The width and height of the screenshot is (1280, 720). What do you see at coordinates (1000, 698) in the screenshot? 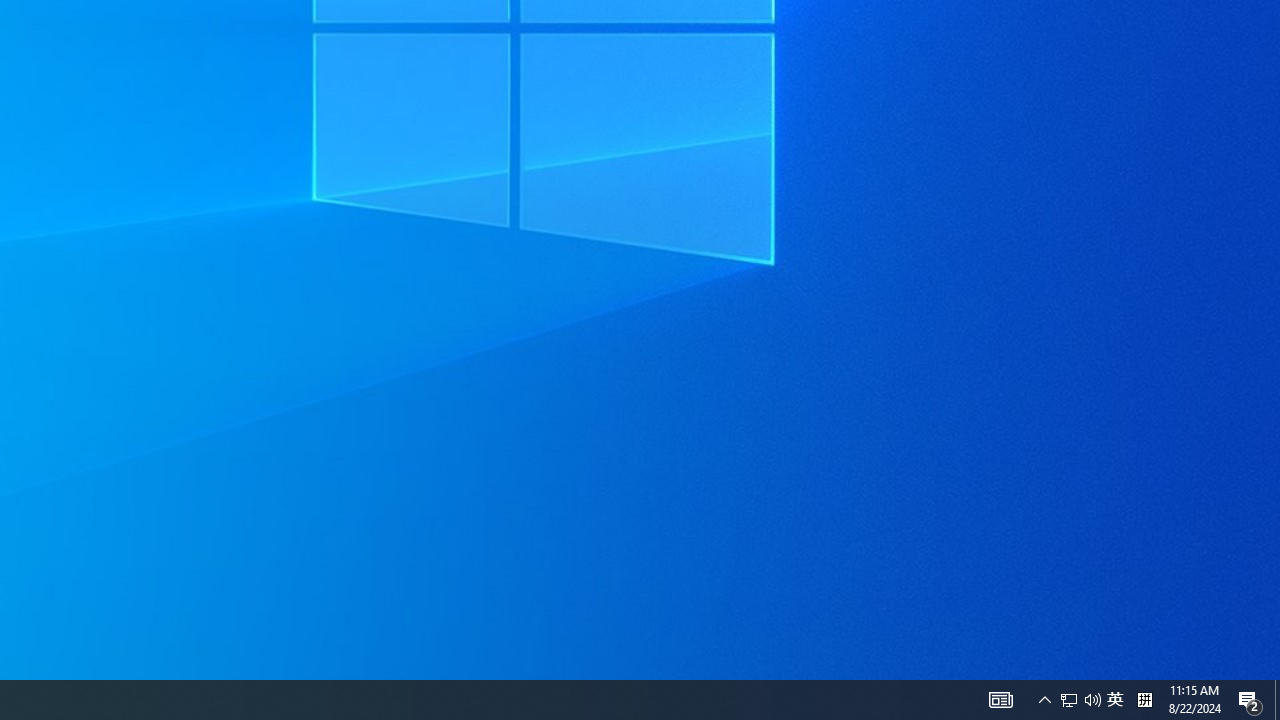
I see `'AutomationID: 4105'` at bounding box center [1000, 698].